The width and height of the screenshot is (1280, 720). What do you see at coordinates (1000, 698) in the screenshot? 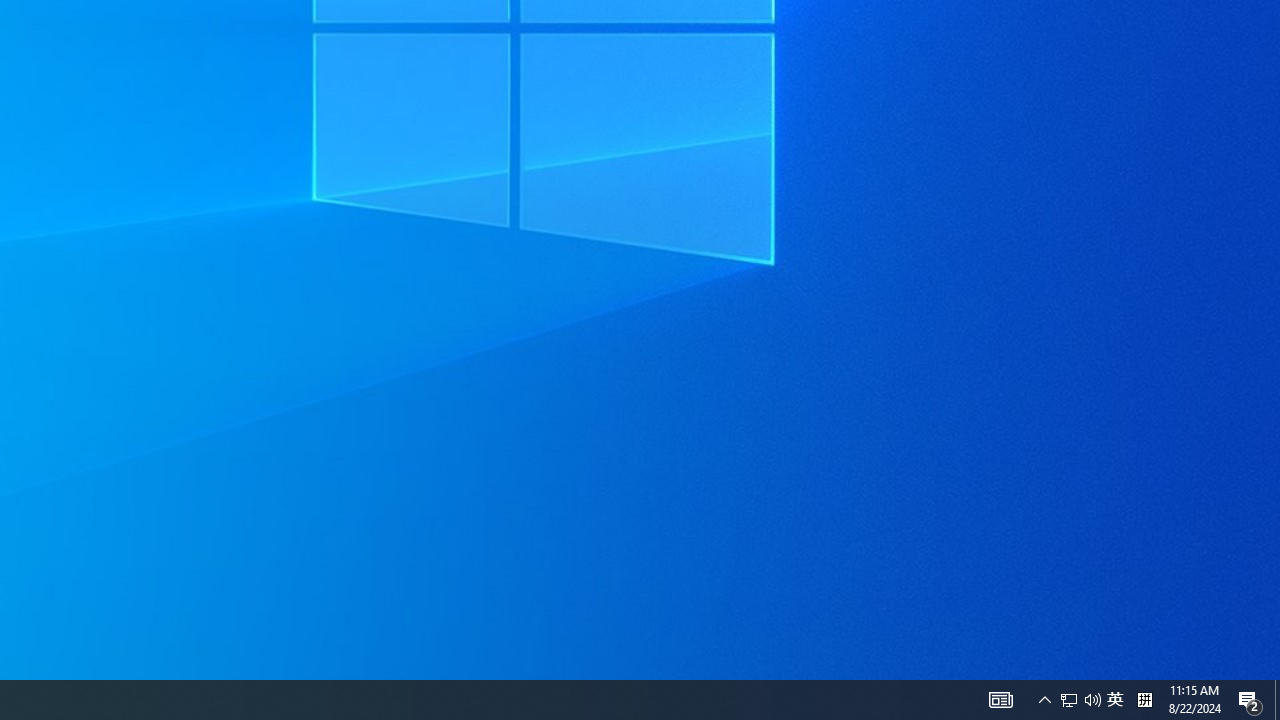
I see `'AutomationID: 4105'` at bounding box center [1000, 698].